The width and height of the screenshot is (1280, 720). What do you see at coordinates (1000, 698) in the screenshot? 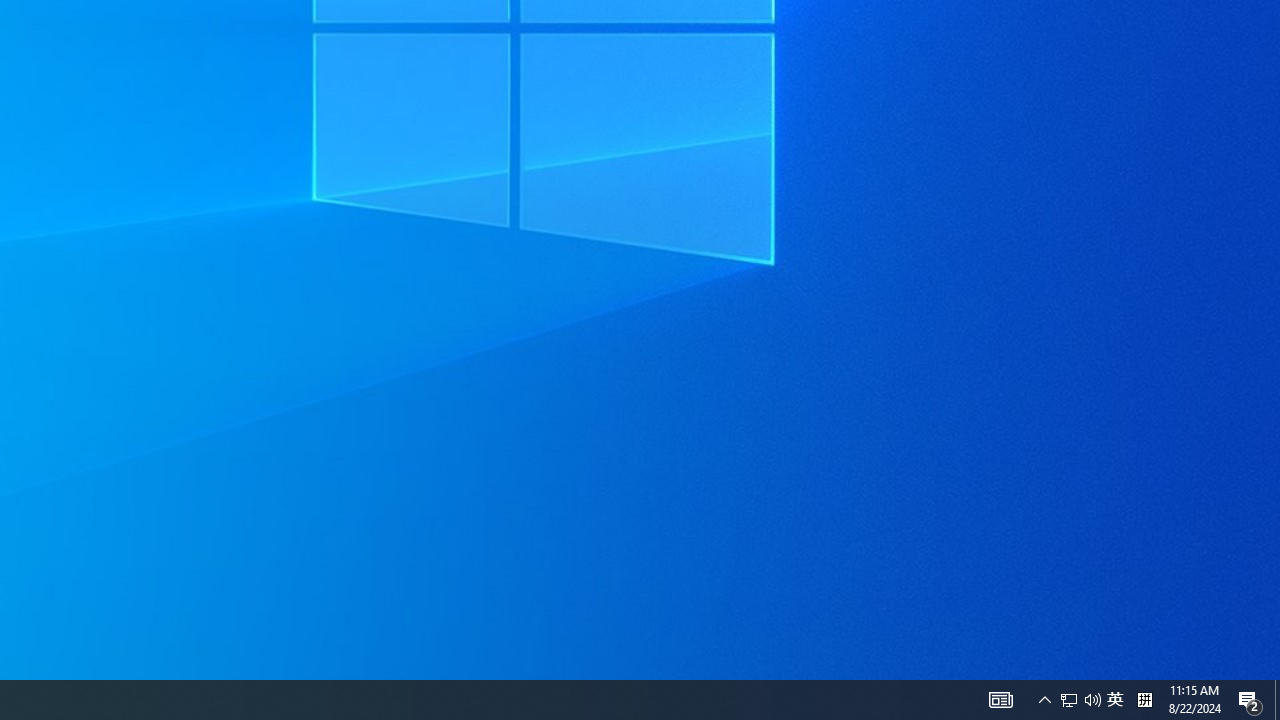
I see `'AutomationID: 4105'` at bounding box center [1000, 698].